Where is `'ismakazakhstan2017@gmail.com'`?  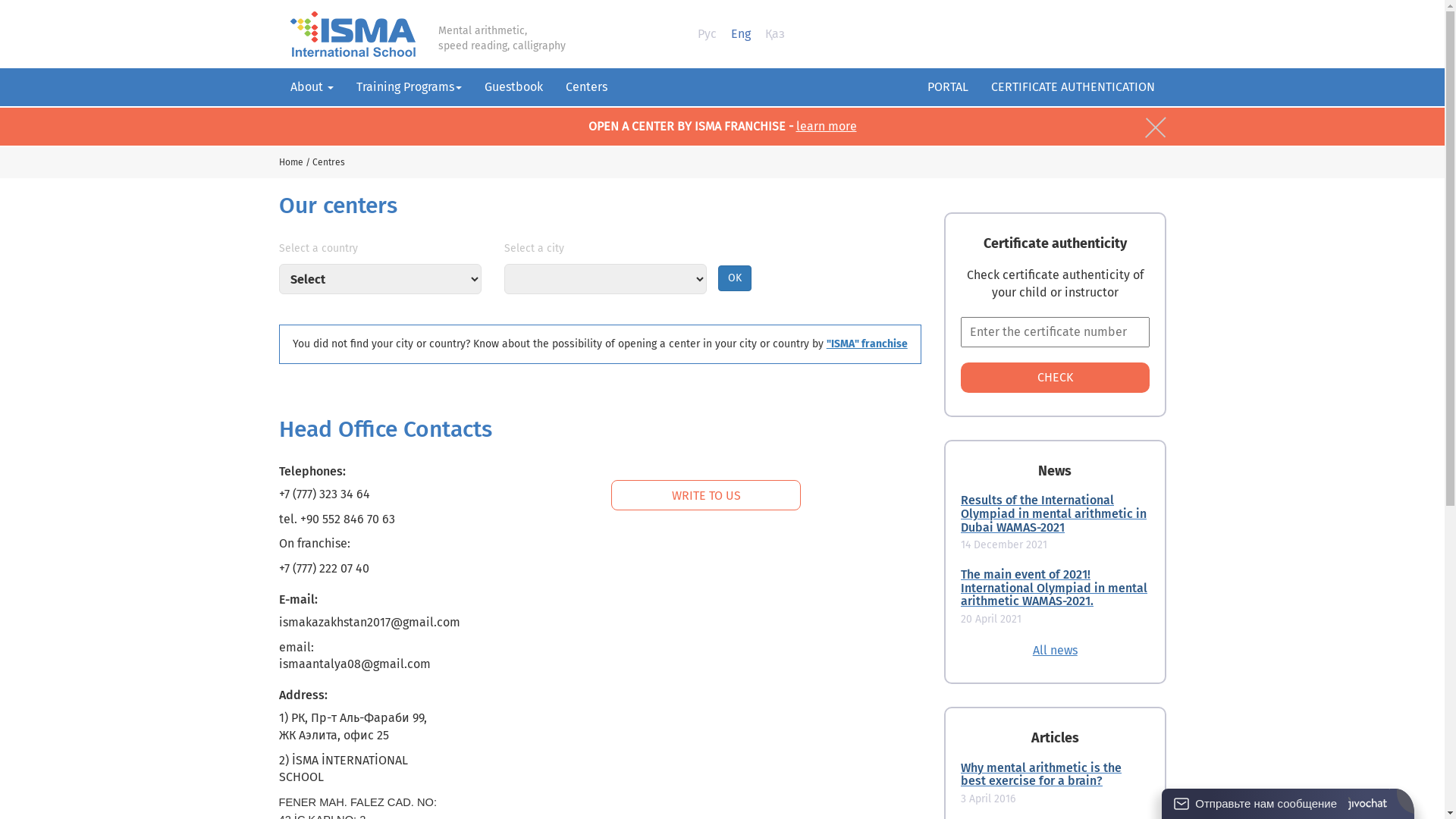
'ismakazakhstan2017@gmail.com' is located at coordinates (369, 622).